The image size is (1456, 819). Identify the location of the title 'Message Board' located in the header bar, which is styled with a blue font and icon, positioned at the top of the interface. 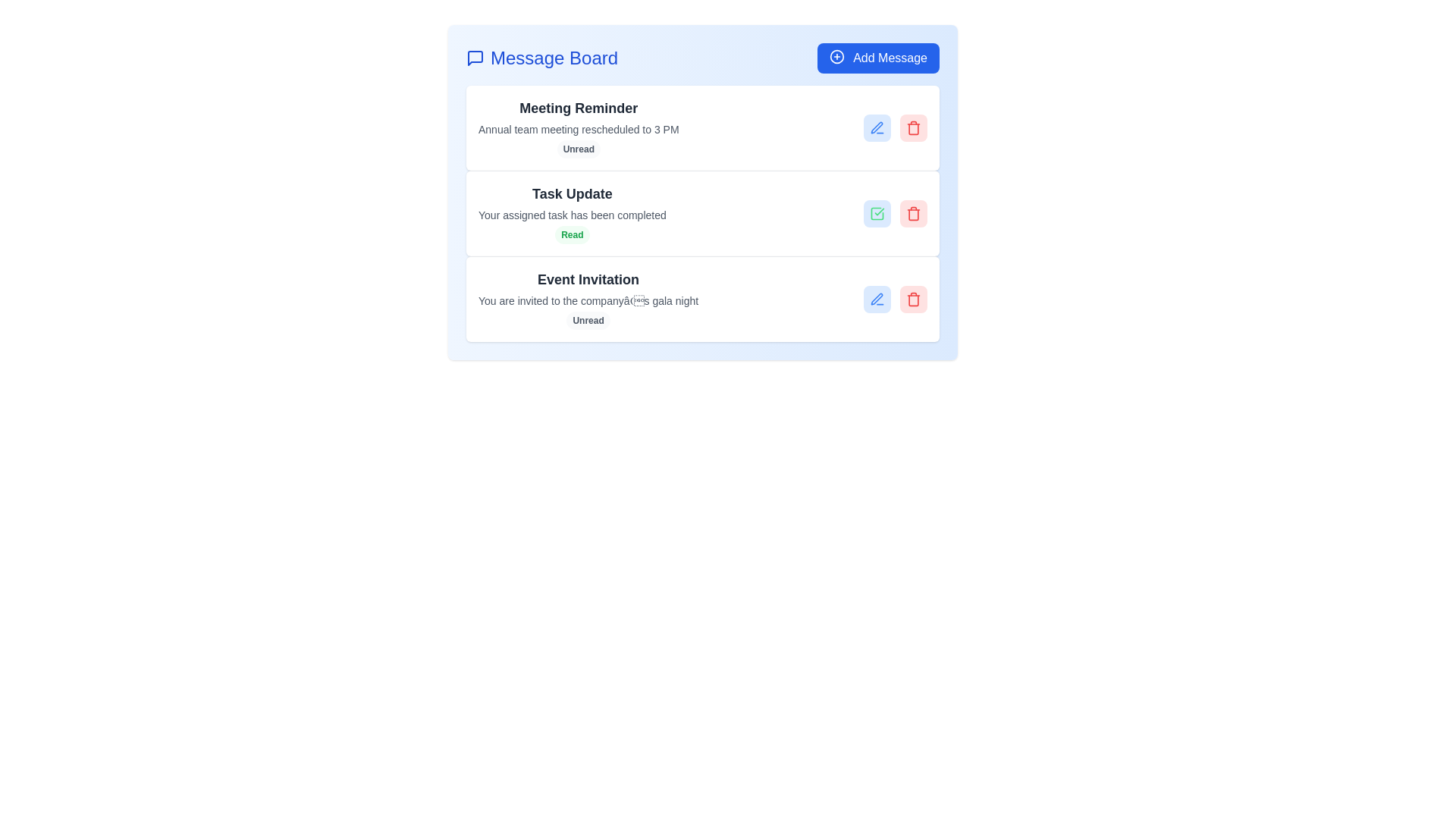
(701, 58).